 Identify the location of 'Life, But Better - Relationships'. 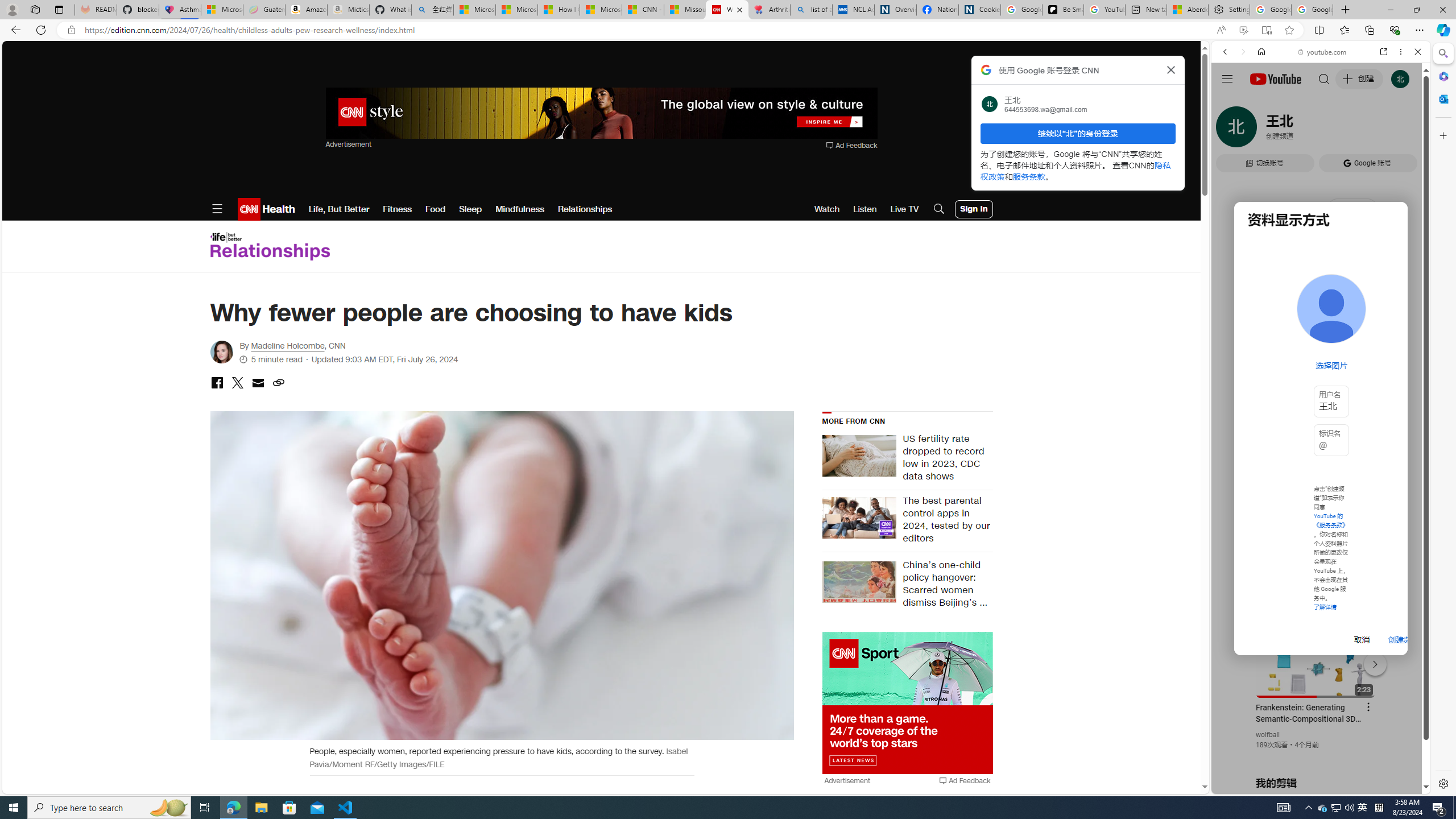
(269, 246).